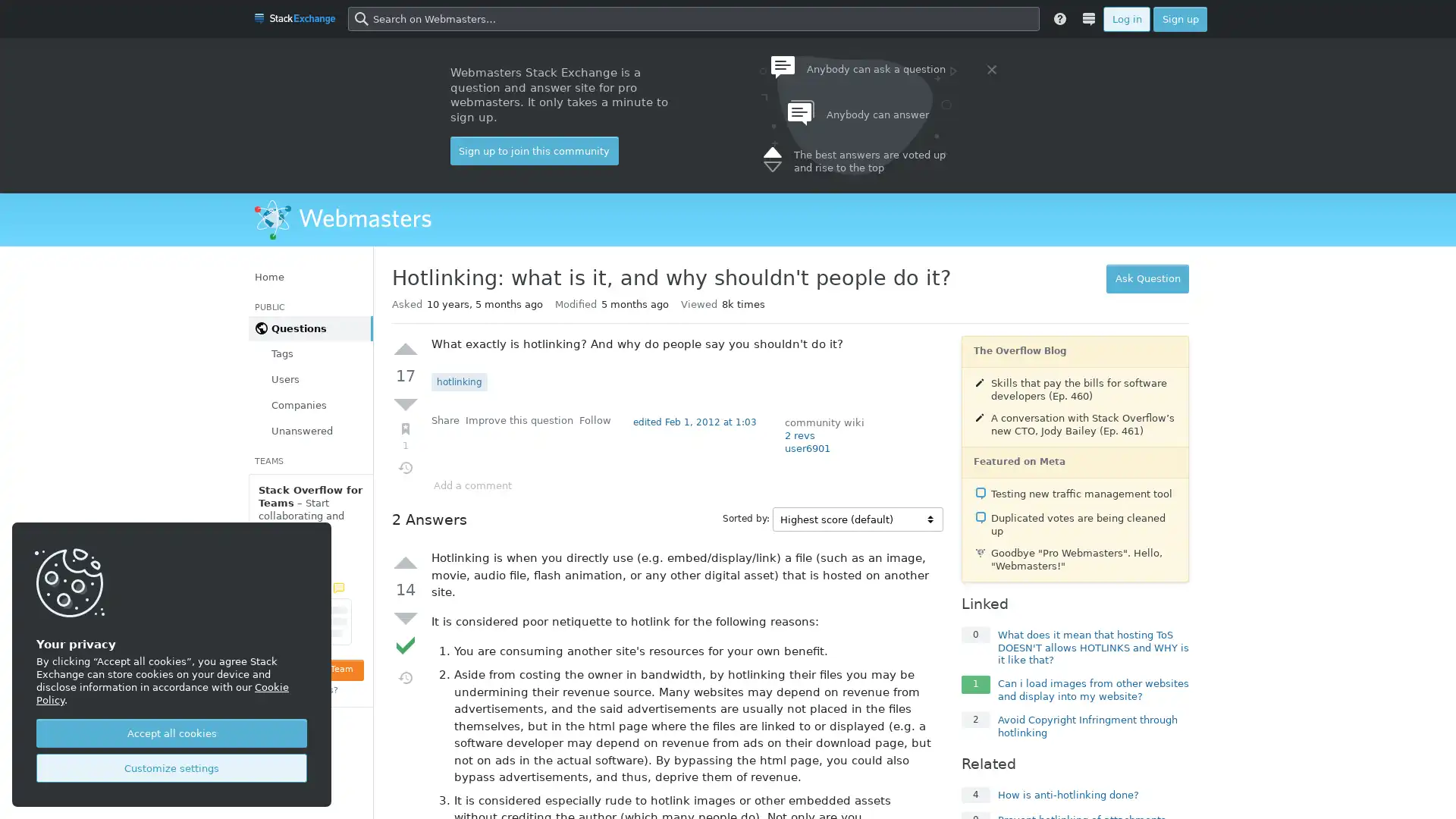 Image resolution: width=1456 pixels, height=819 pixels. Describe the element at coordinates (405, 403) in the screenshot. I see `Down vote` at that location.